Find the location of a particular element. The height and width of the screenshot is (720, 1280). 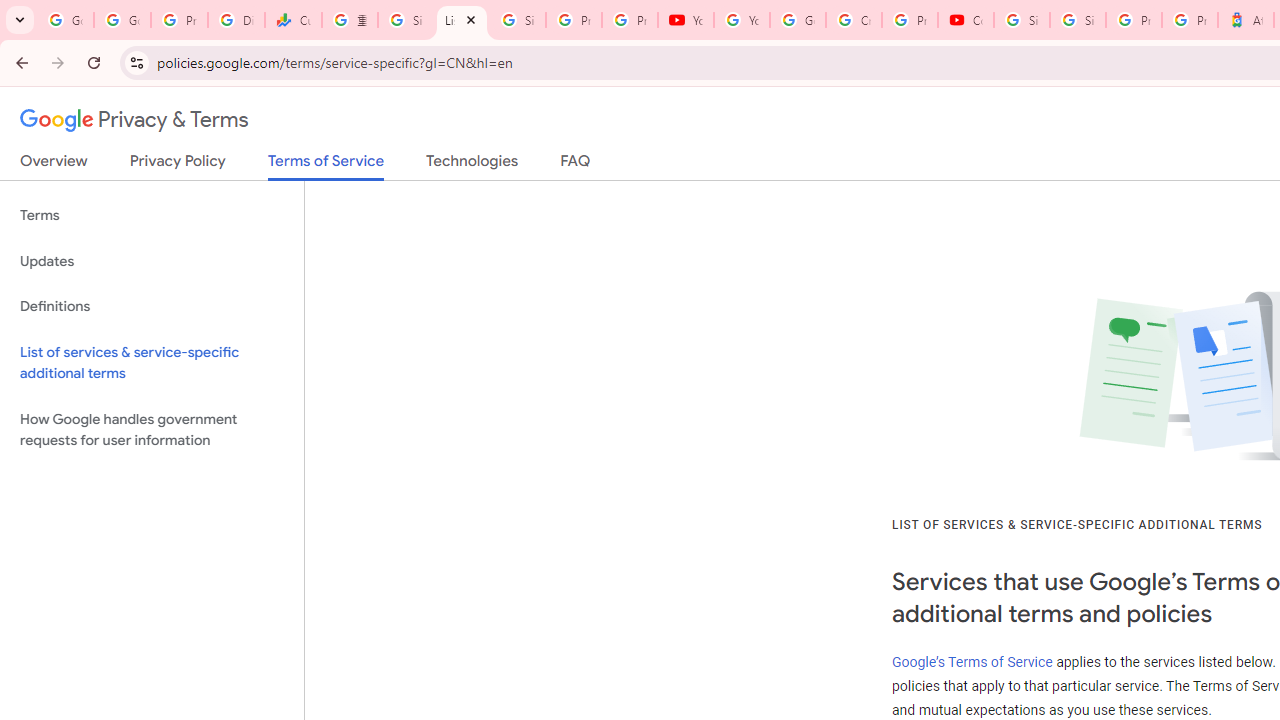

'Content Creator Programs & Opportunities - YouTube Creators' is located at coordinates (966, 20).